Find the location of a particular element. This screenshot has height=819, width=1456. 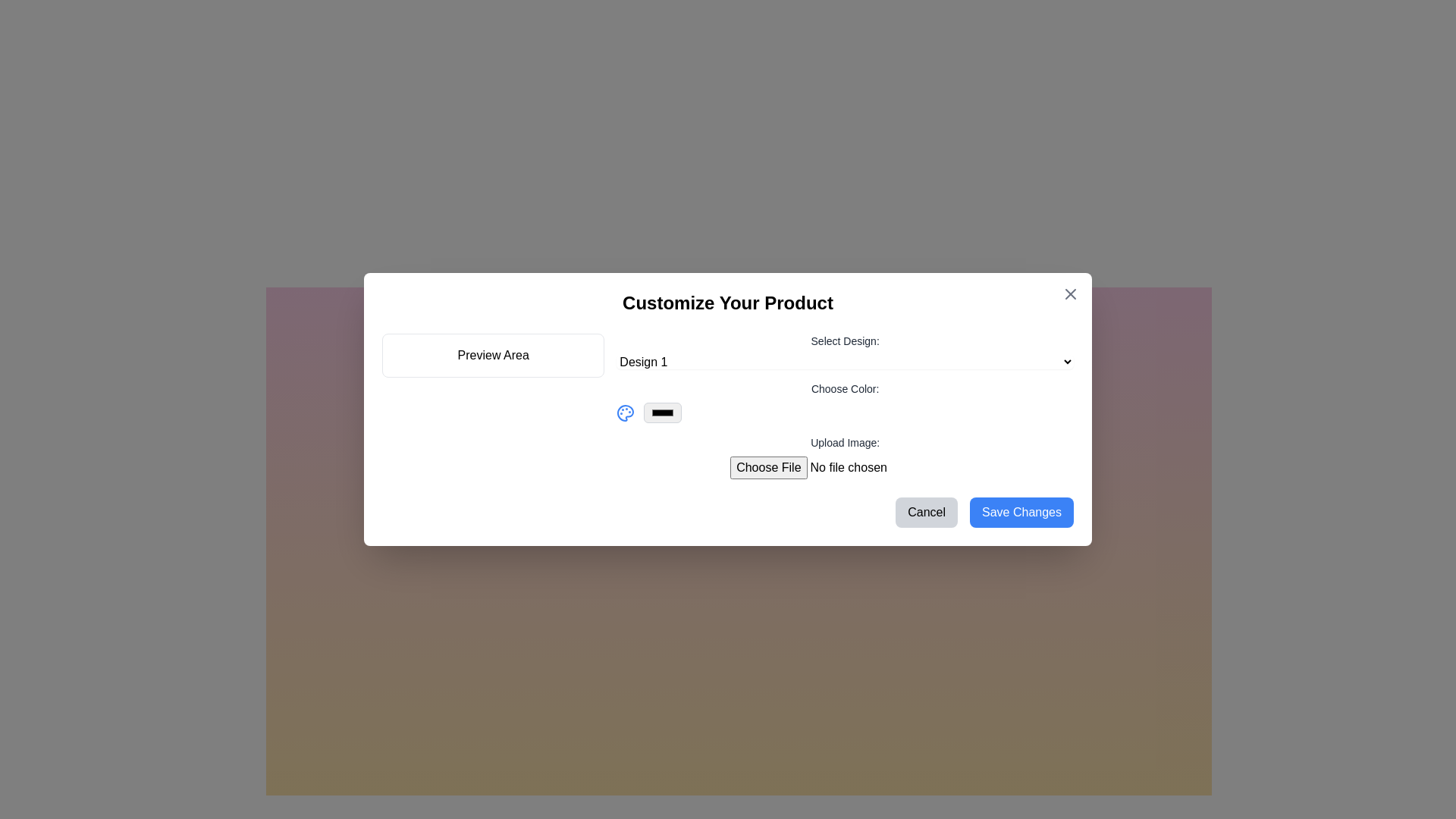

the 'Cancel' button located at the bottom-right of the dialog, which has a light gray background that darkens on hover is located at coordinates (926, 512).